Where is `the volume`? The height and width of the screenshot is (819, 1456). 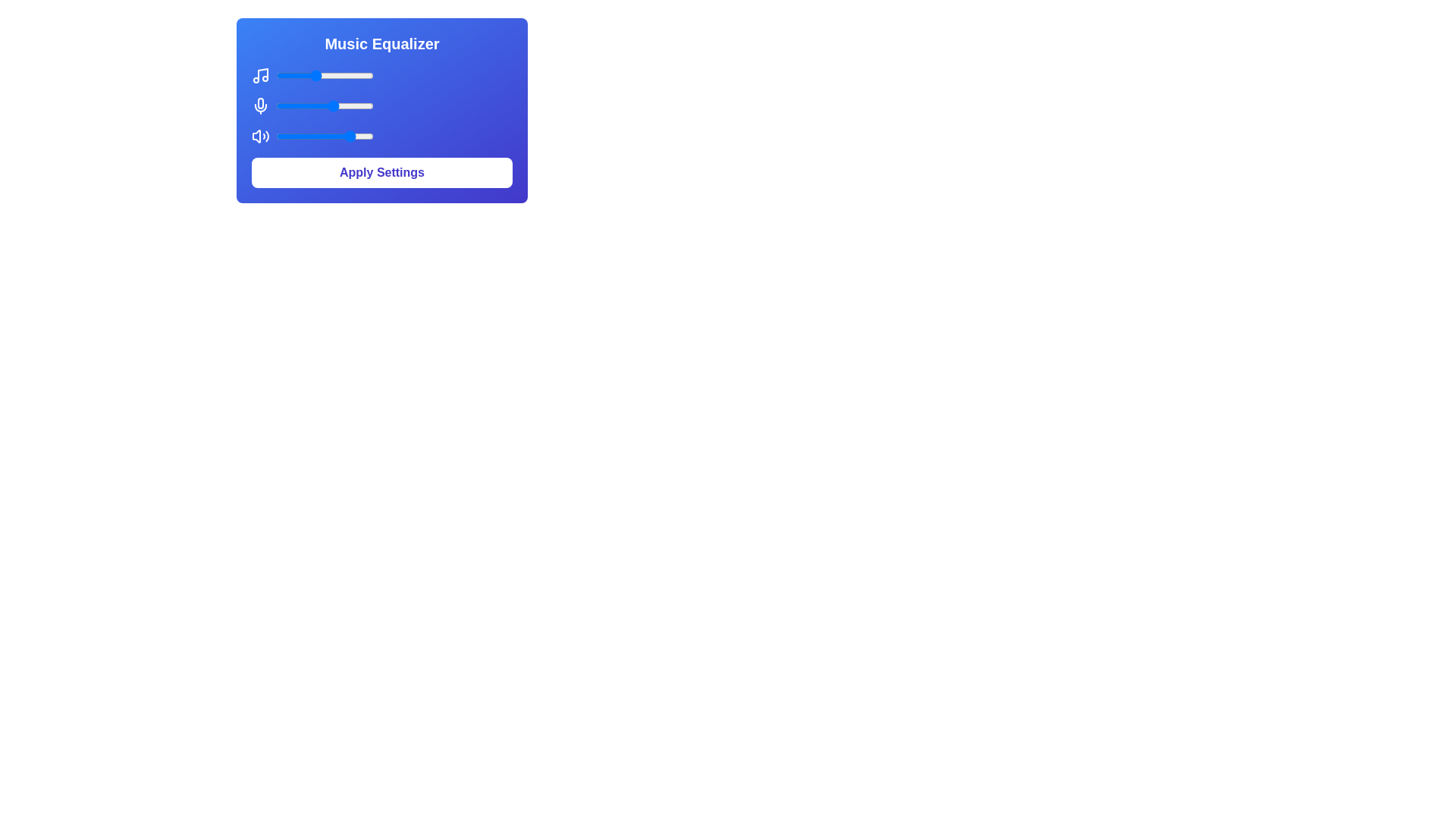
the volume is located at coordinates (316, 136).